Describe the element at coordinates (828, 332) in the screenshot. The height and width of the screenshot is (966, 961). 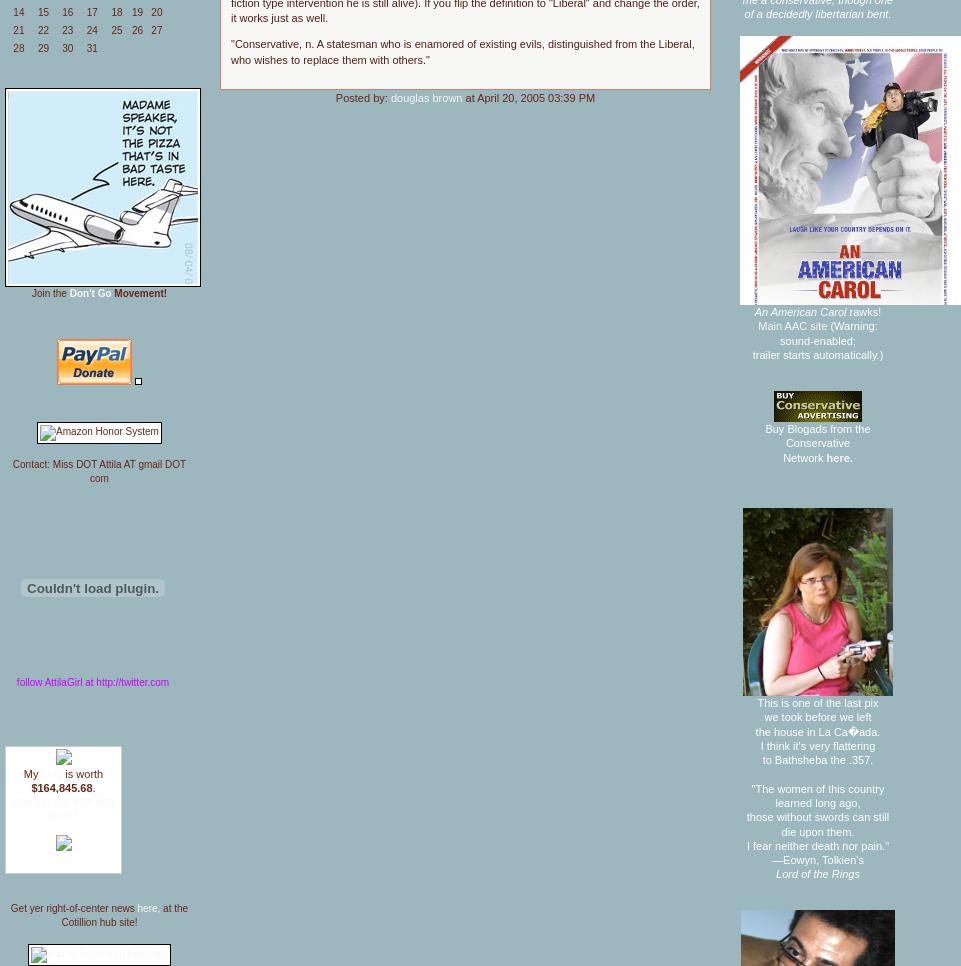
I see `'(Warning: sound-enabled;'` at that location.